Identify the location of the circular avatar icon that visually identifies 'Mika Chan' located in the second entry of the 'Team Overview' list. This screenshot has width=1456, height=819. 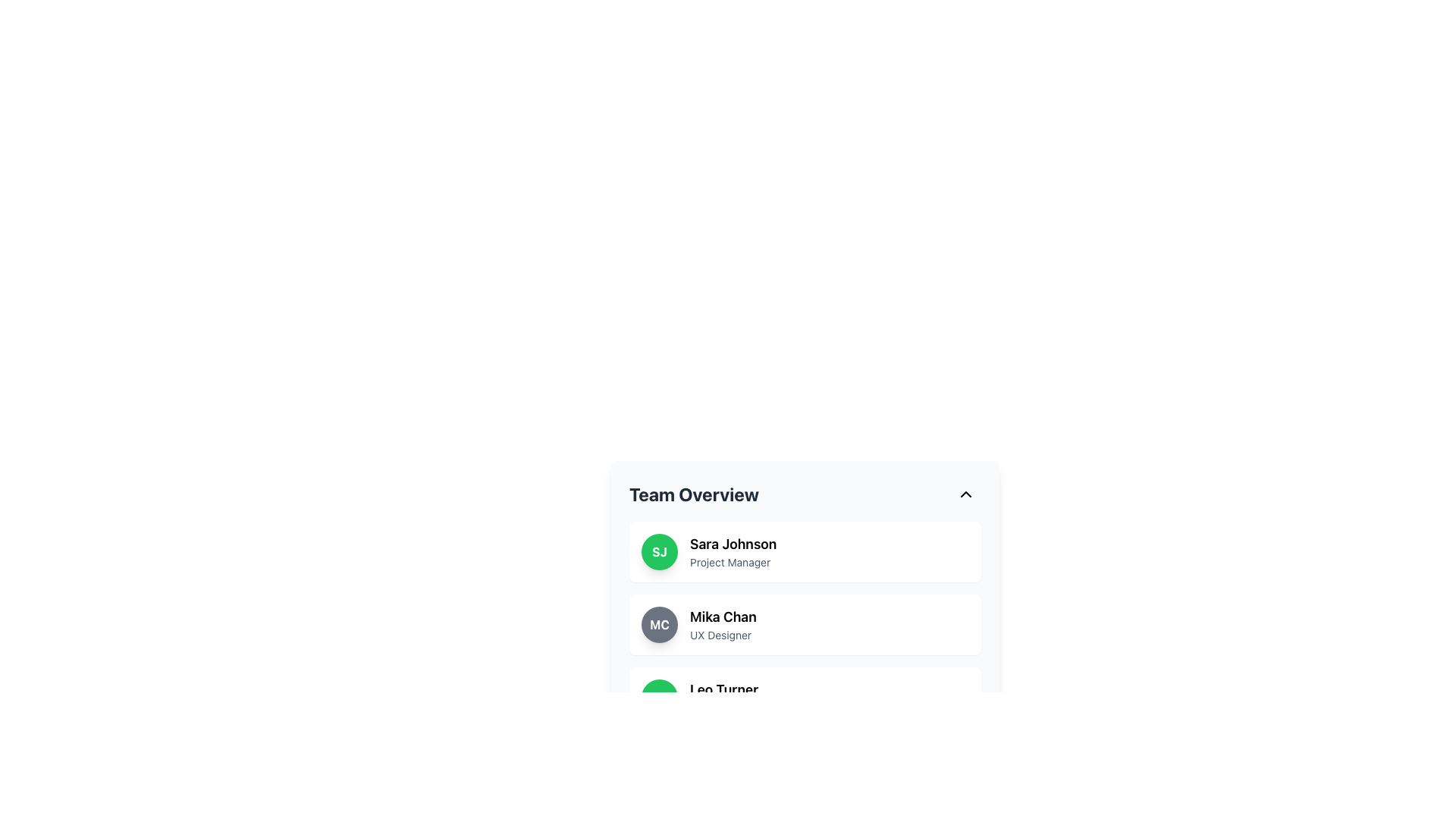
(659, 625).